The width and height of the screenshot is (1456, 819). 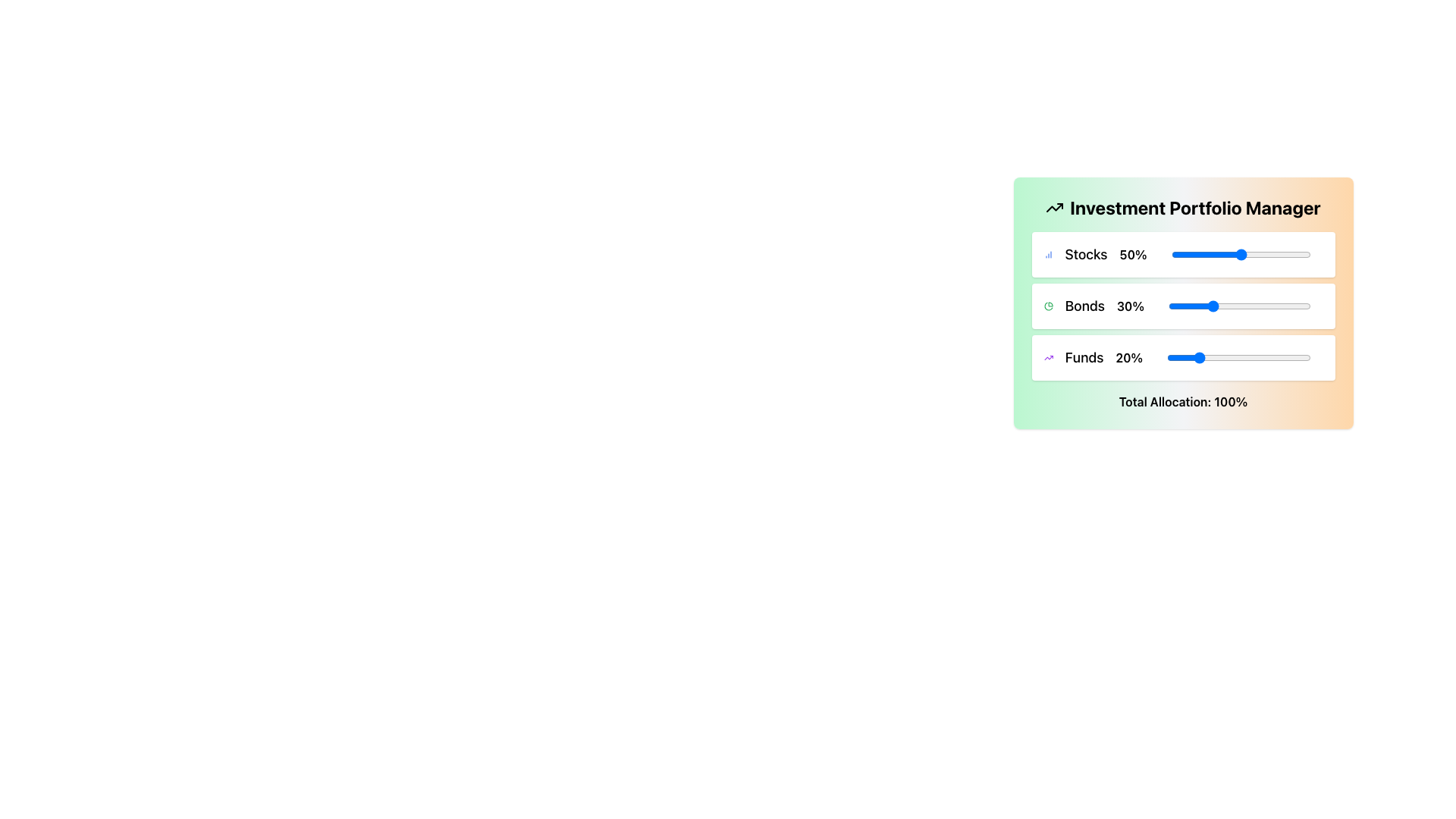 I want to click on the 'Bonds' allocation, so click(x=1292, y=306).